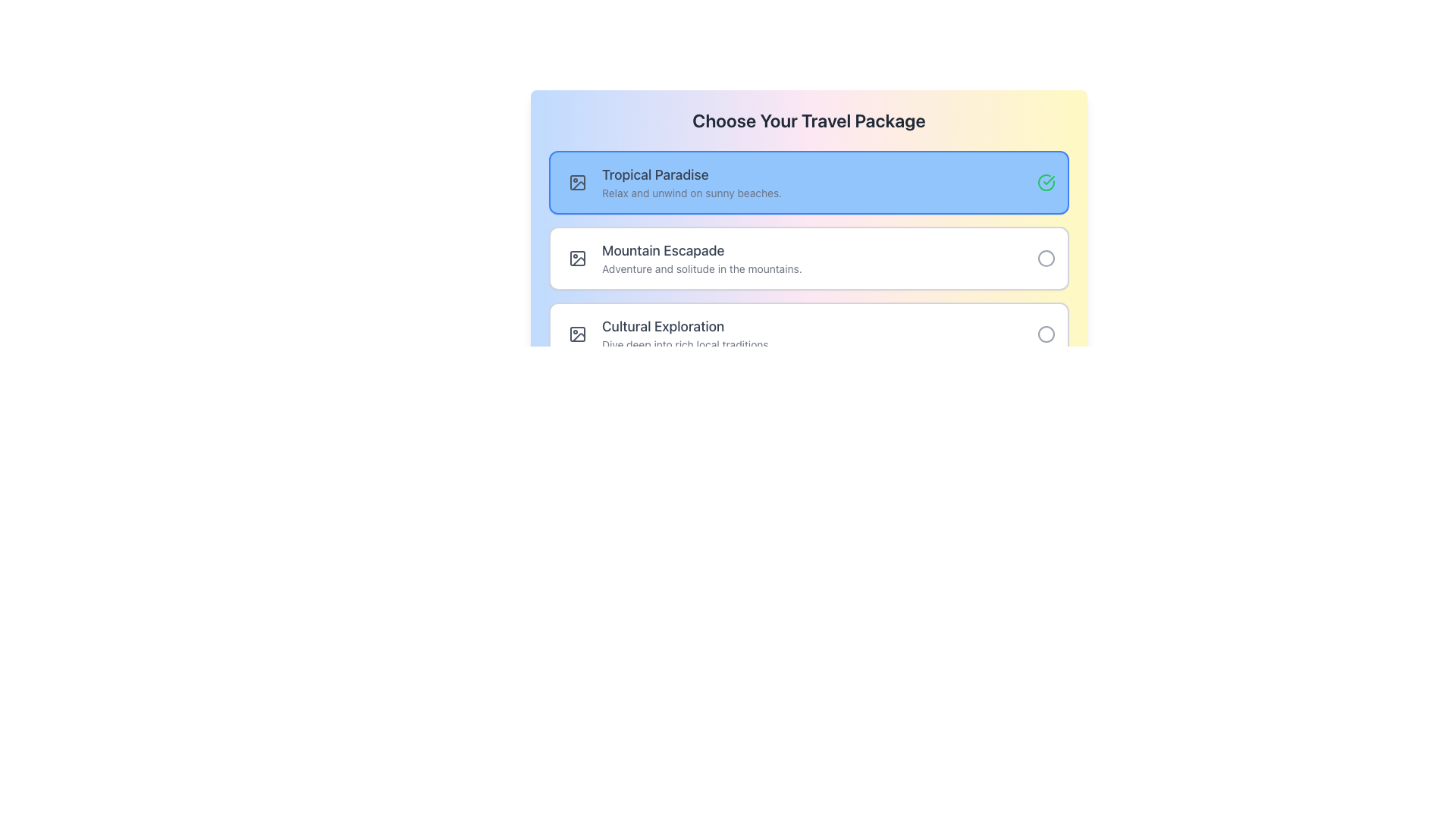  I want to click on the image icon representing the photograph in the second option of the travel package selection, located before the text 'Mountain Escapade', so click(577, 257).